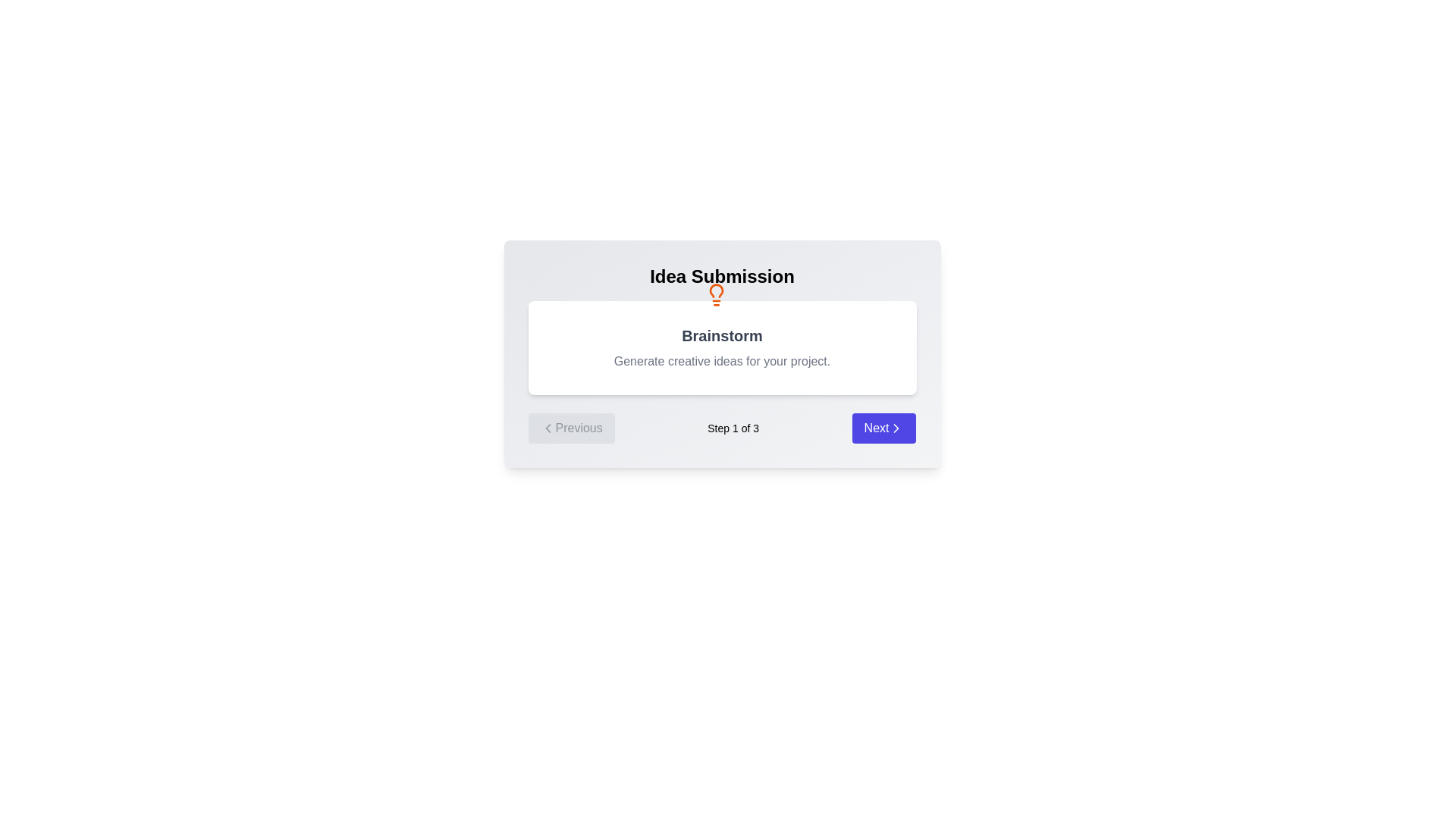 The width and height of the screenshot is (1456, 819). I want to click on 'Next' button to navigate to the next step, so click(884, 428).